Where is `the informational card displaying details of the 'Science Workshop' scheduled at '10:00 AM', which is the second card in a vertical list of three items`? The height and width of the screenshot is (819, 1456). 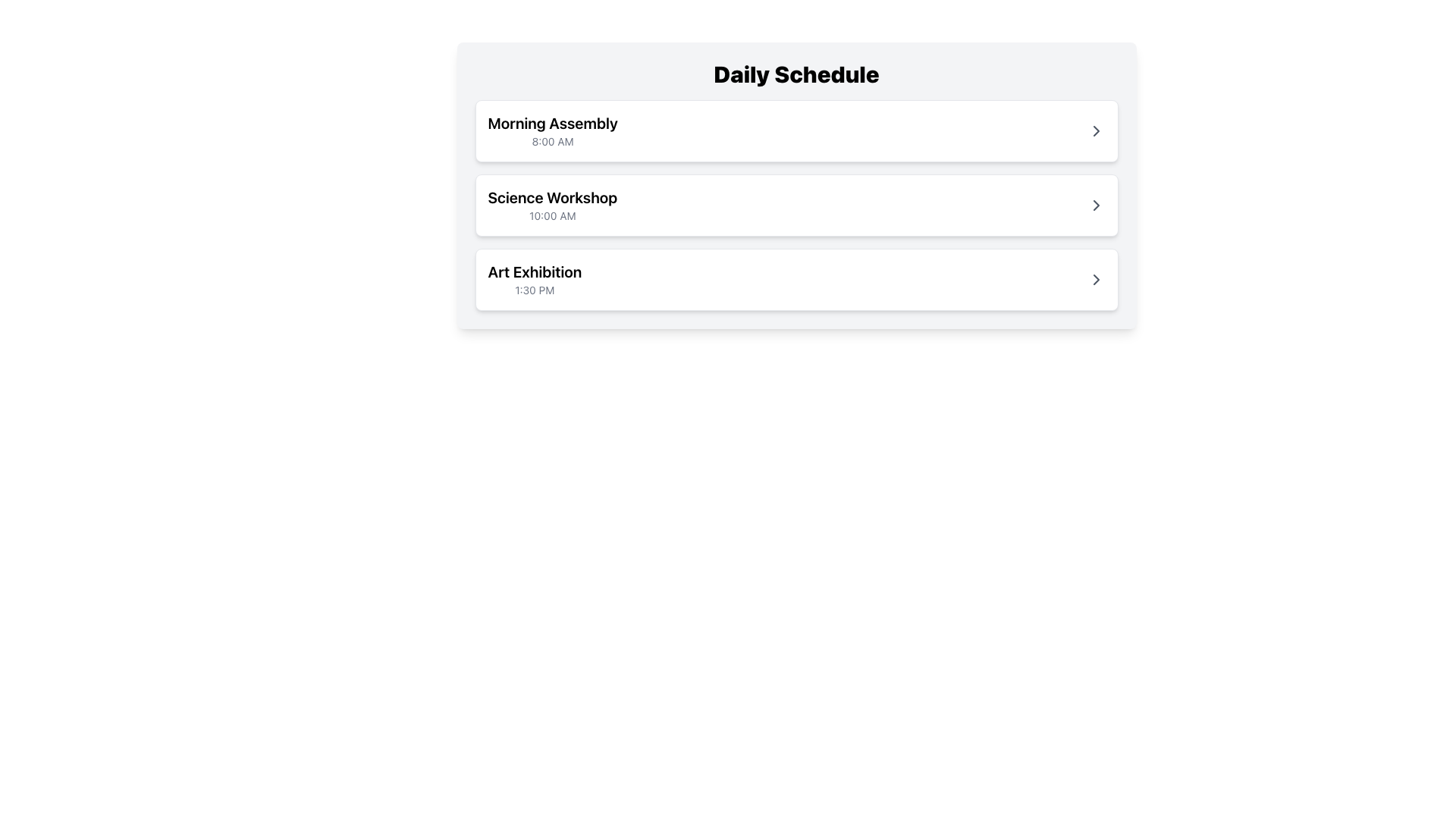
the informational card displaying details of the 'Science Workshop' scheduled at '10:00 AM', which is the second card in a vertical list of three items is located at coordinates (795, 205).